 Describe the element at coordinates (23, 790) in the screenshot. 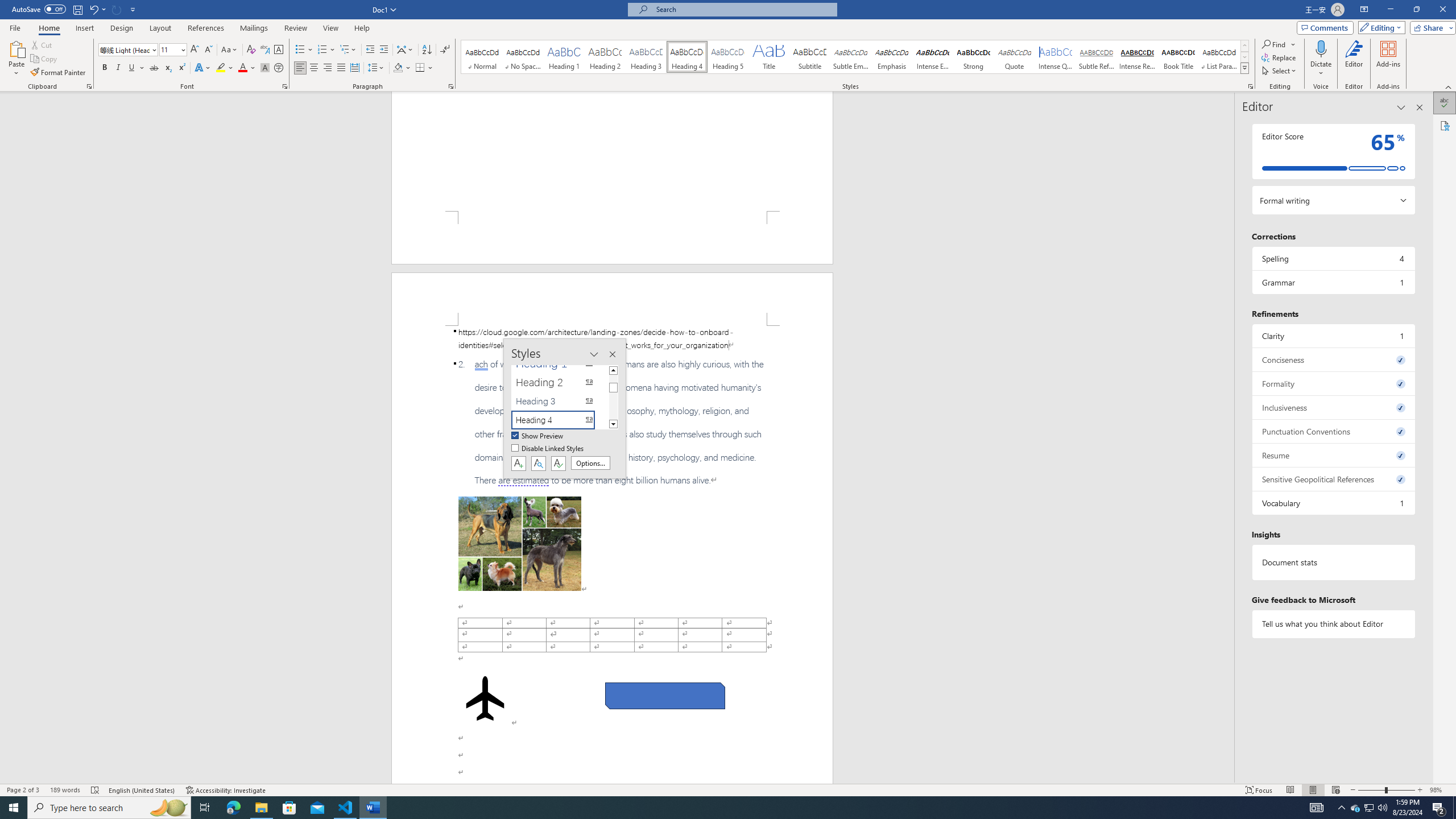

I see `'Page Number Page 2 of 3'` at that location.